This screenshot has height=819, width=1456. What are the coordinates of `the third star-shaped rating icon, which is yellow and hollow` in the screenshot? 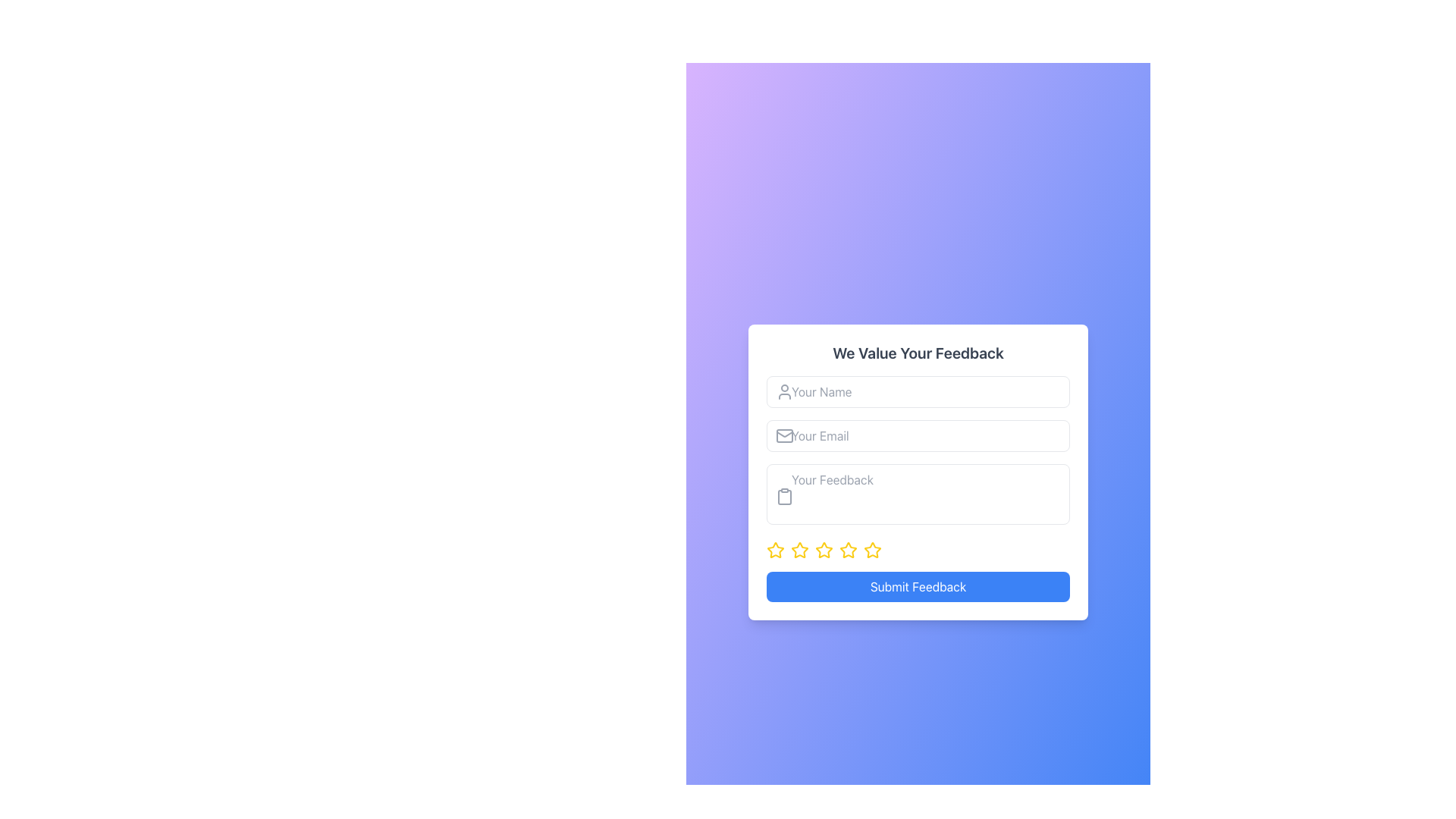 It's located at (823, 550).